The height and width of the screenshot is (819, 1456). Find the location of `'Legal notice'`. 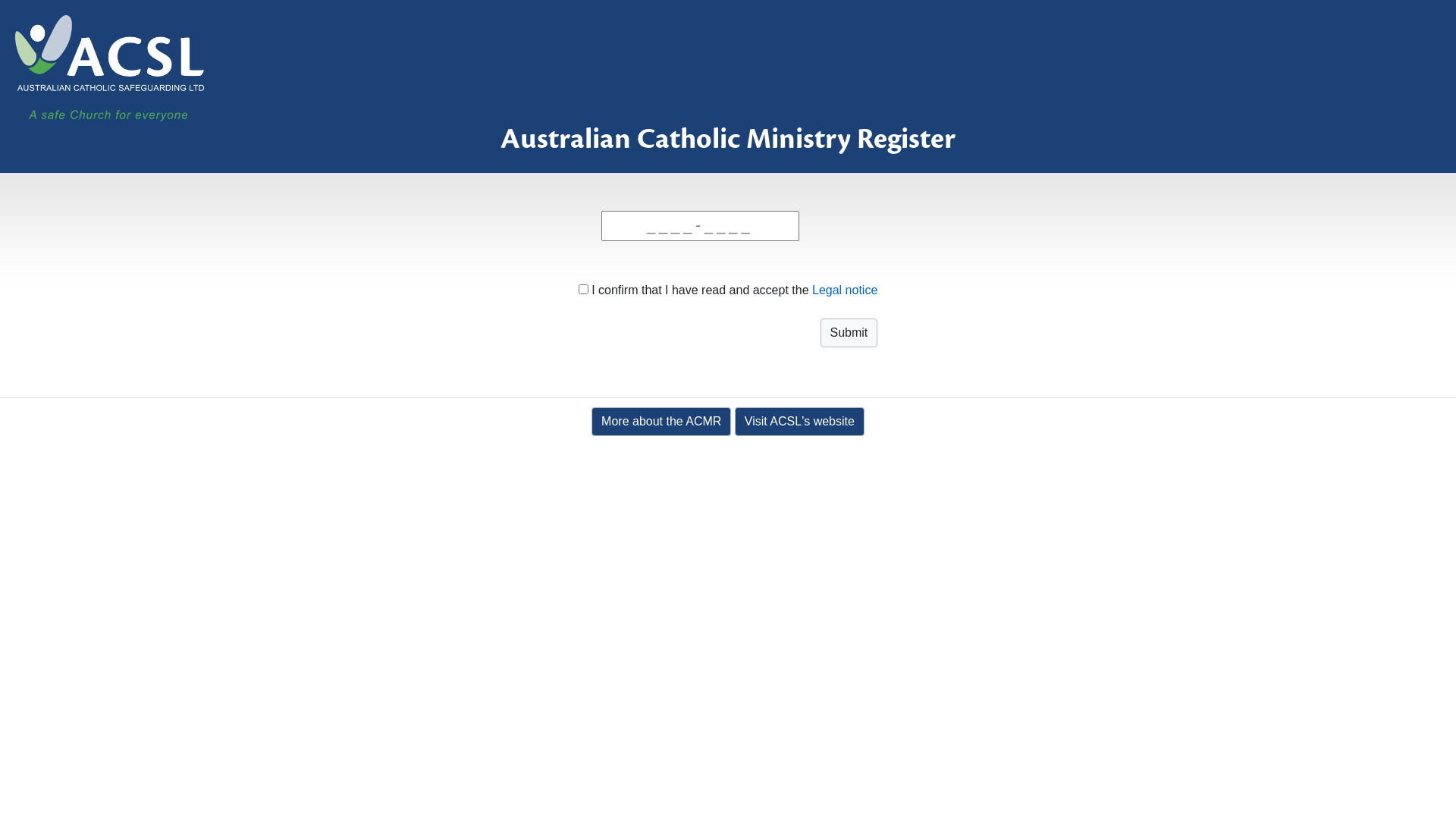

'Legal notice' is located at coordinates (843, 290).